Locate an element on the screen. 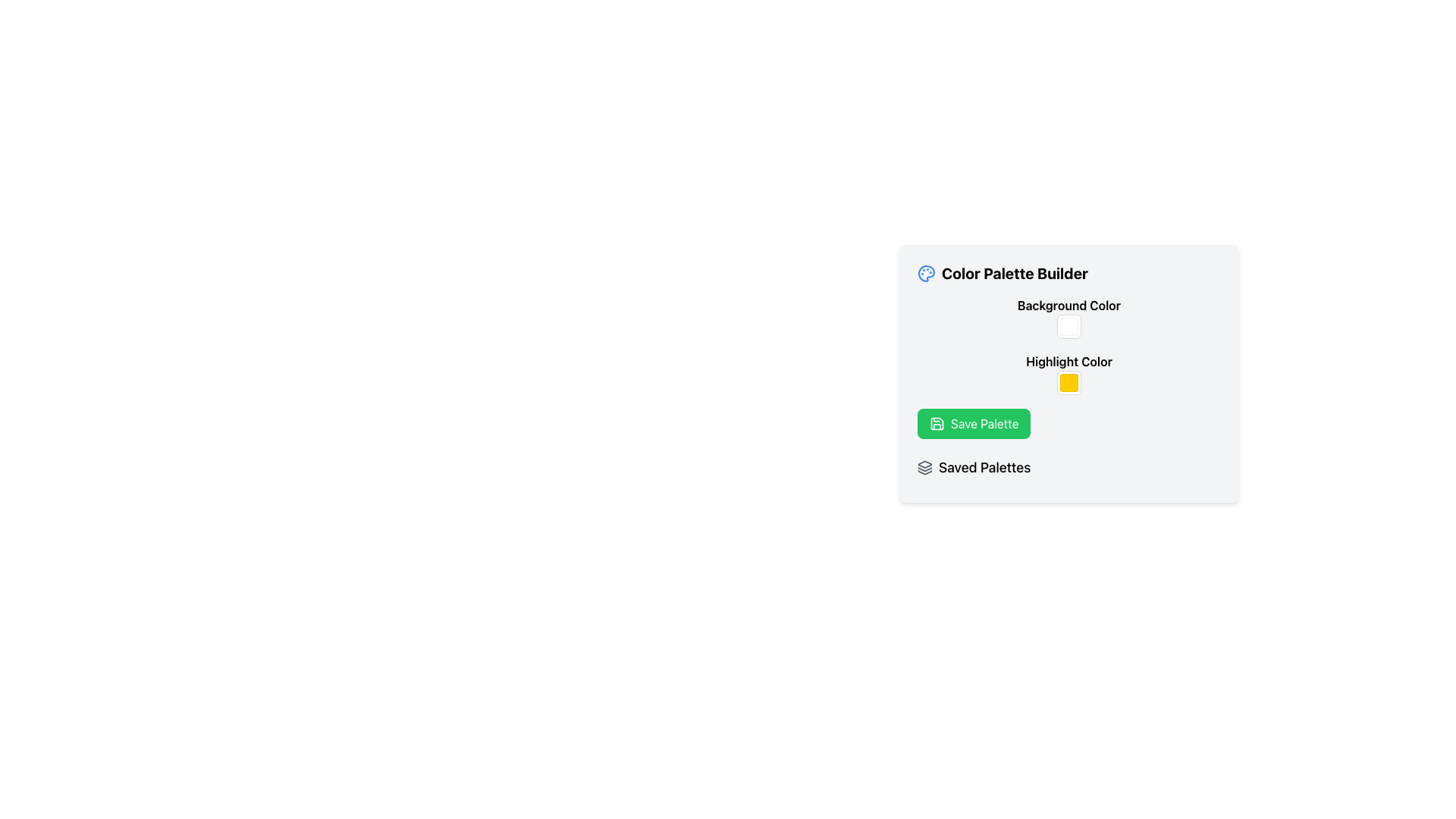 The width and height of the screenshot is (1456, 819). the 'Save Palette' button, which is a green rounded rectangular button with a save icon and white text, located in the 'Color Palette Builder' section is located at coordinates (974, 424).